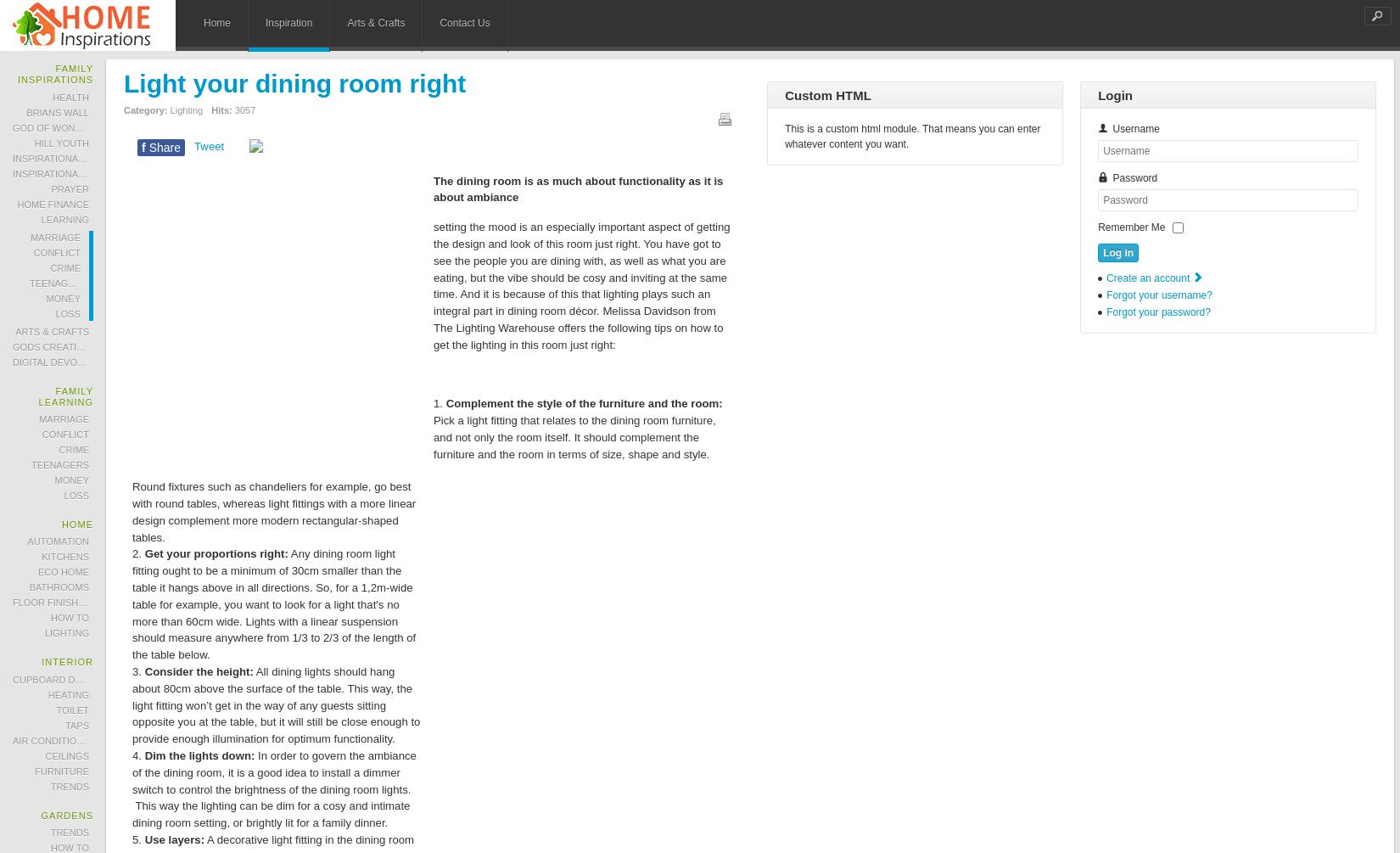 The width and height of the screenshot is (1400, 853). I want to click on 'Brians Wall', so click(57, 111).